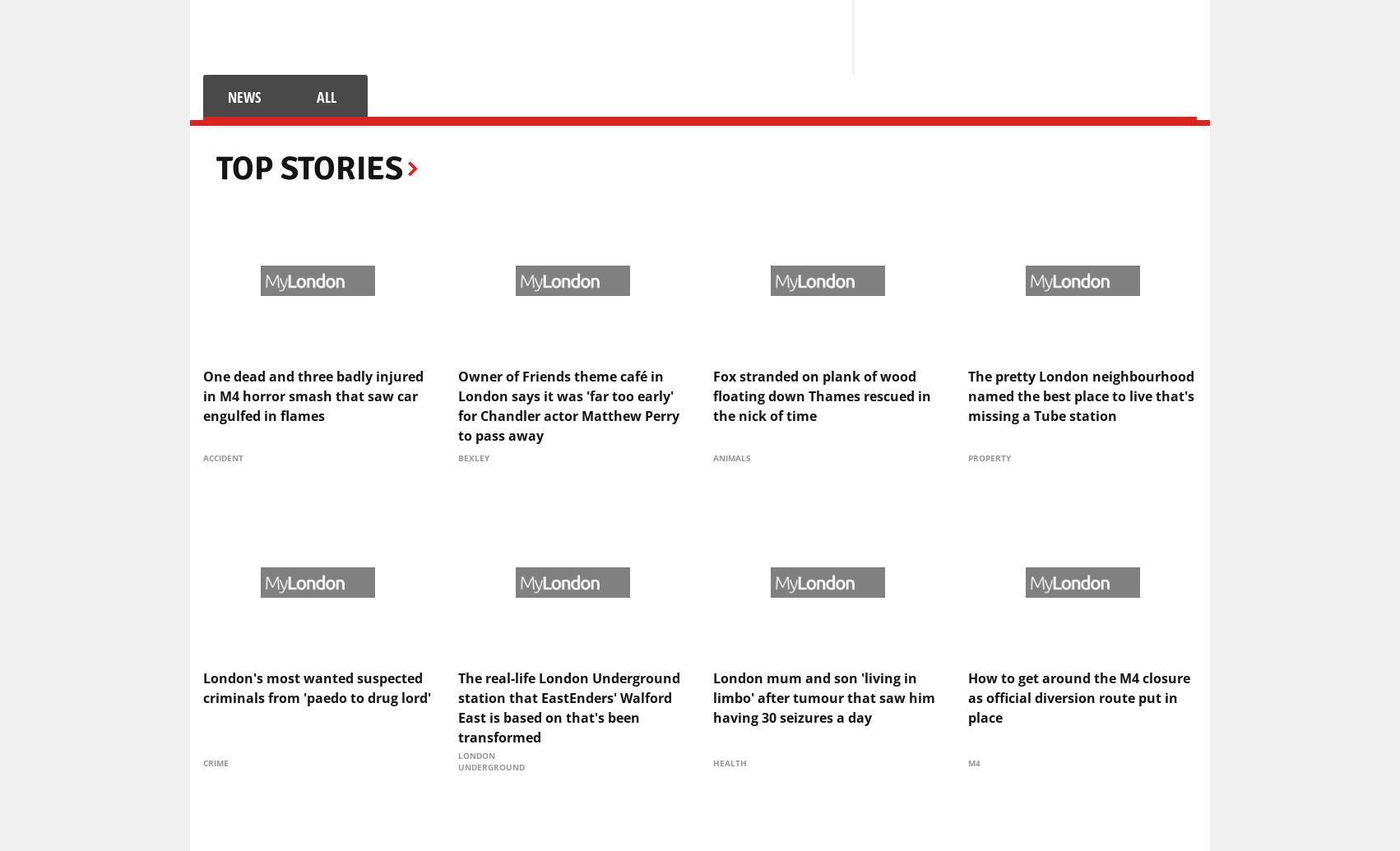 The image size is (1400, 851). Describe the element at coordinates (731, 456) in the screenshot. I see `'Animals'` at that location.